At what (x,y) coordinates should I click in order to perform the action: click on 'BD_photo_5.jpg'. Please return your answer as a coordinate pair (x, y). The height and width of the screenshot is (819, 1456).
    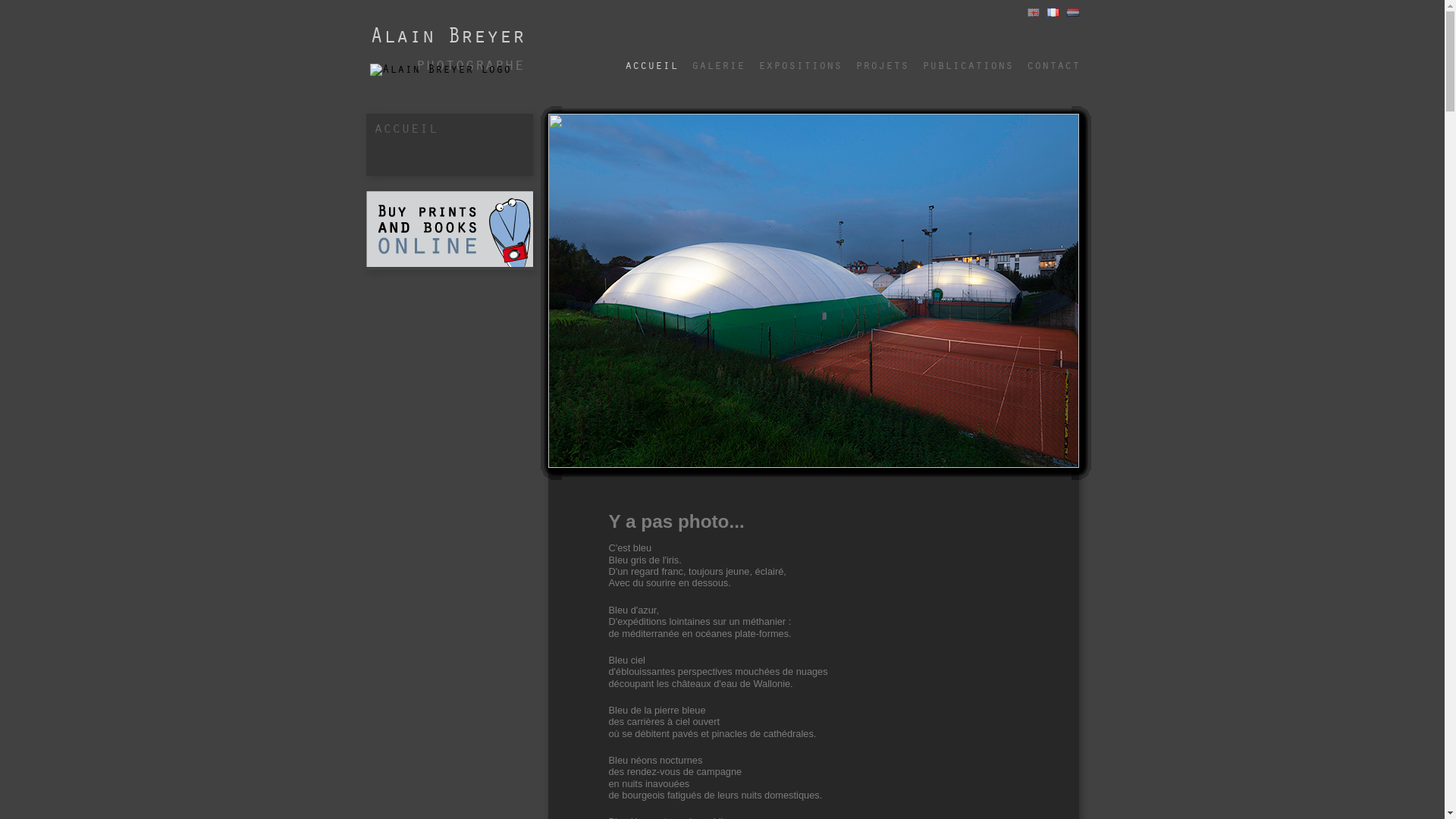
    Looking at the image, I should click on (811, 290).